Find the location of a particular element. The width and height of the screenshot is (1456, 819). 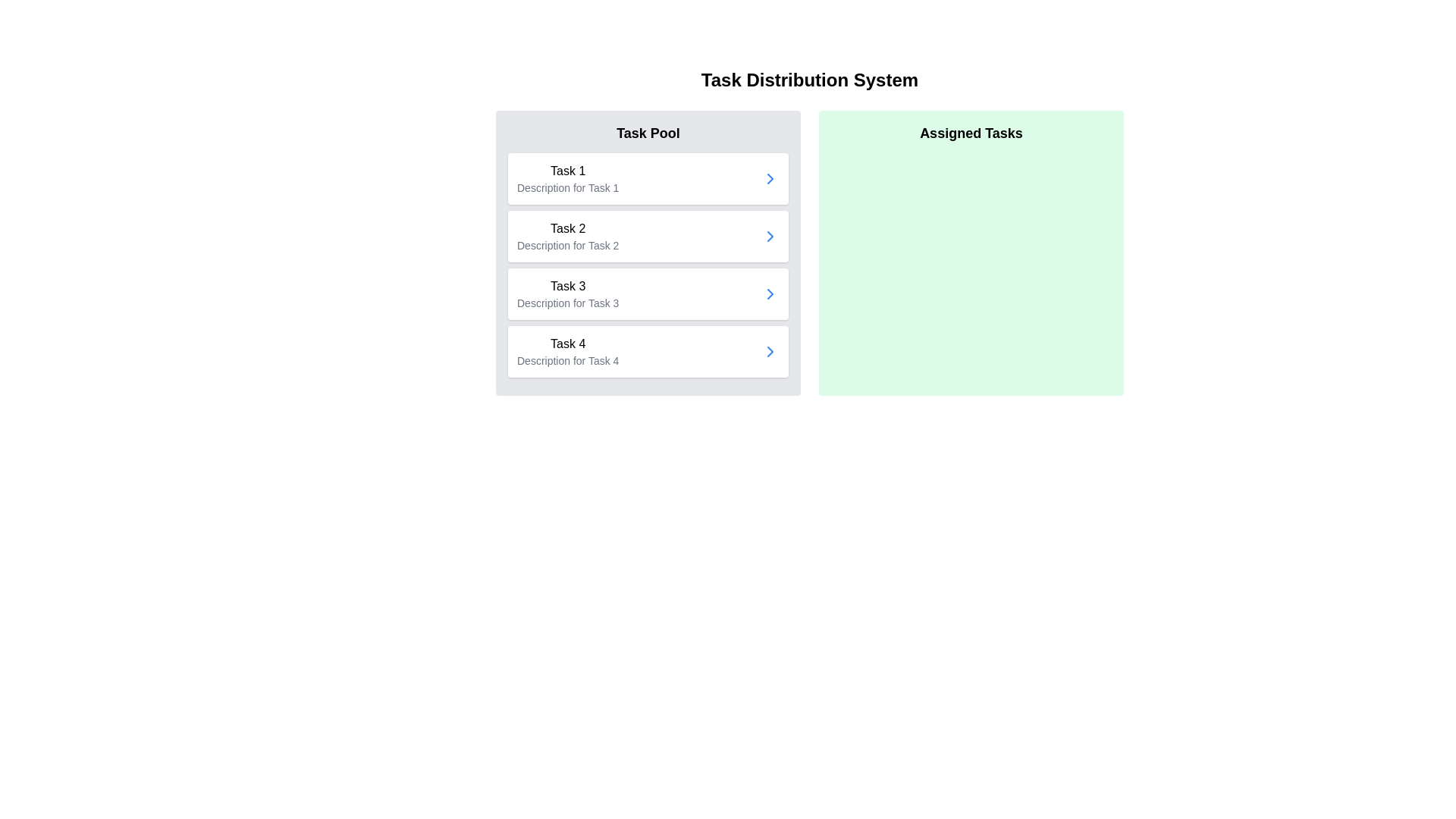

on the fourth task entry in the Task Pool section is located at coordinates (648, 351).